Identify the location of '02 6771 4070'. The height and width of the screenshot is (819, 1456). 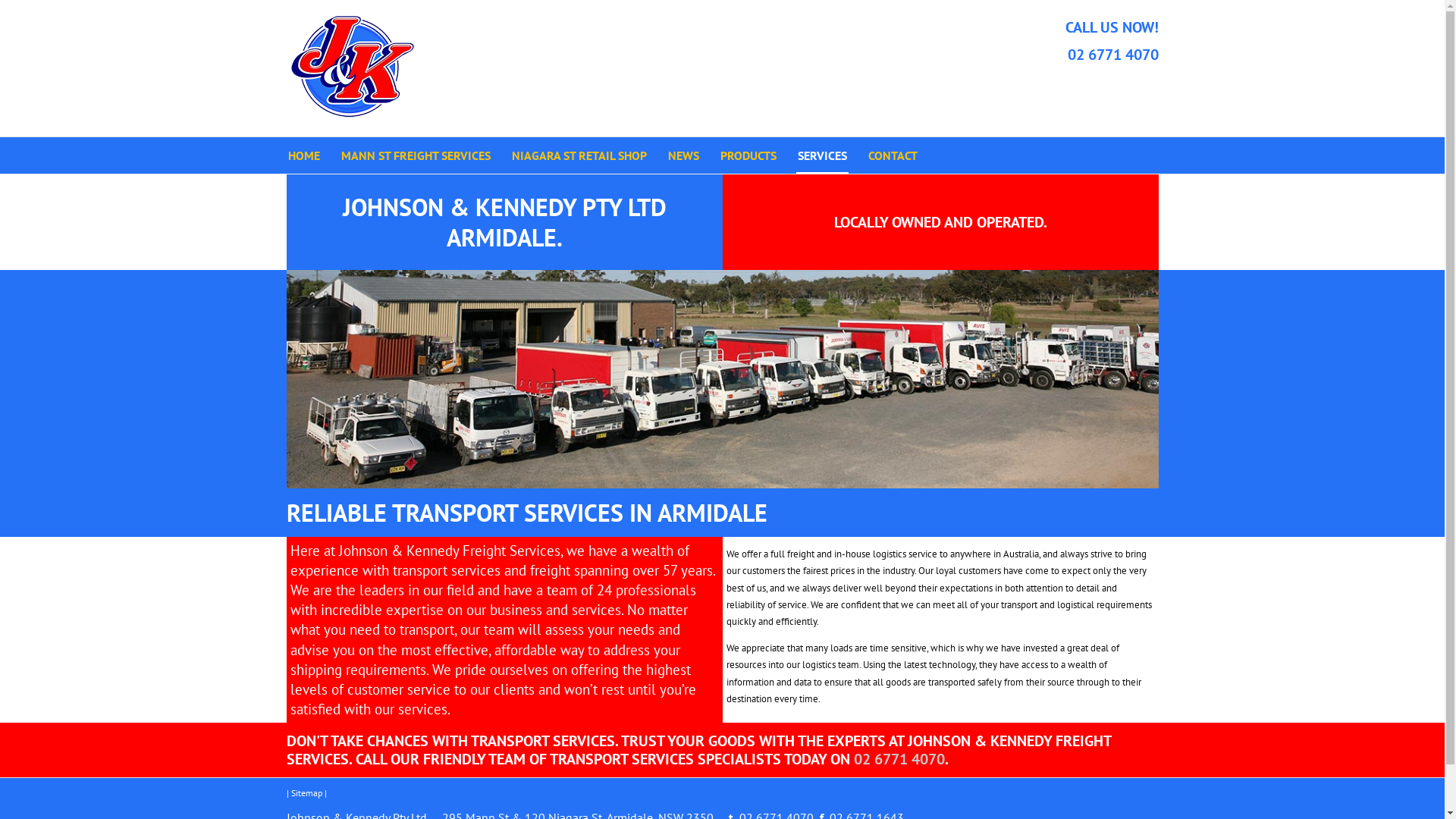
(1113, 54).